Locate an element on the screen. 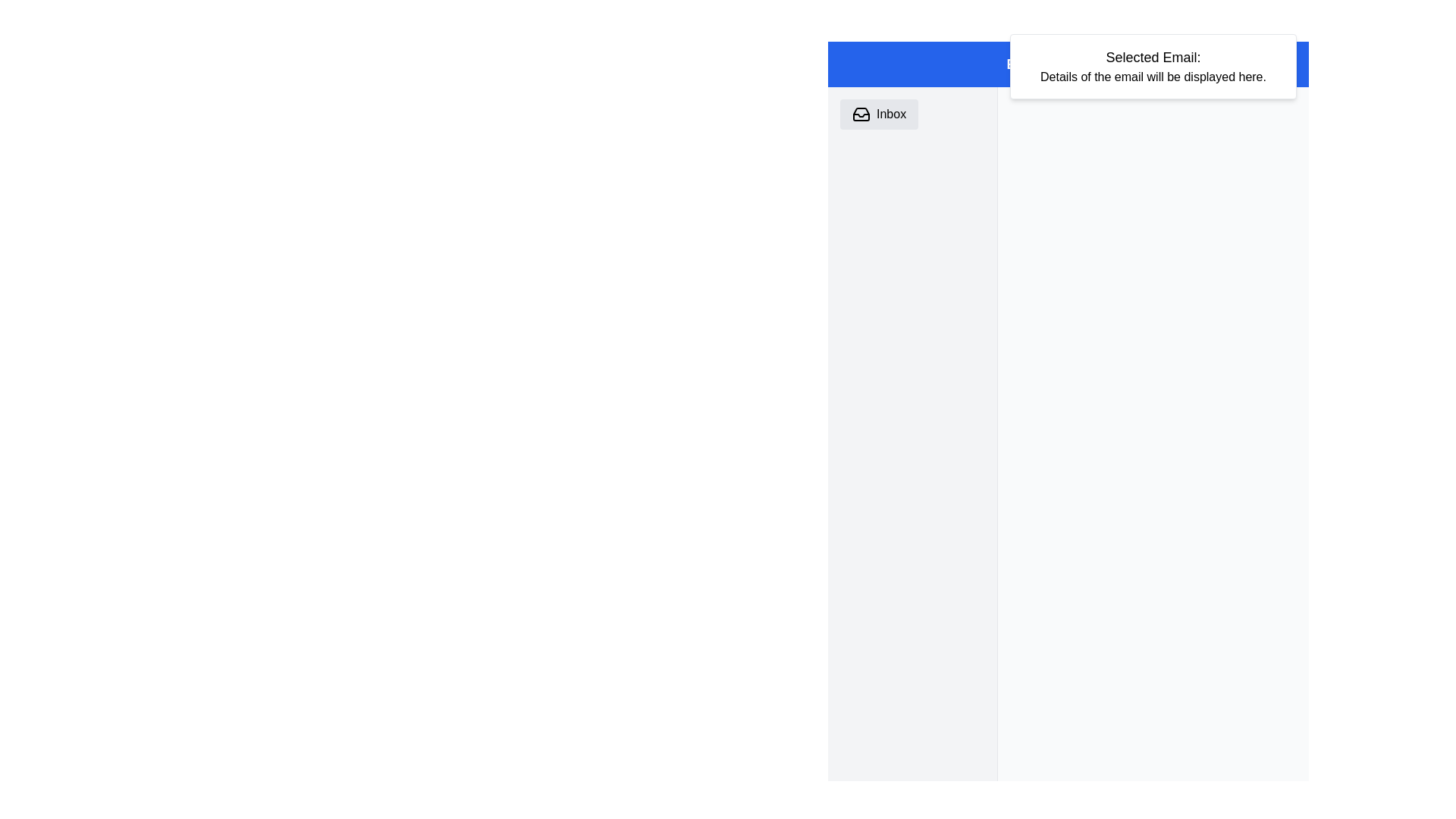 This screenshot has width=1456, height=819. the 'Inbox' button, which is a rectangular button with rounded corners in light gray, located in the left vertical navigation panel near the top is located at coordinates (879, 113).